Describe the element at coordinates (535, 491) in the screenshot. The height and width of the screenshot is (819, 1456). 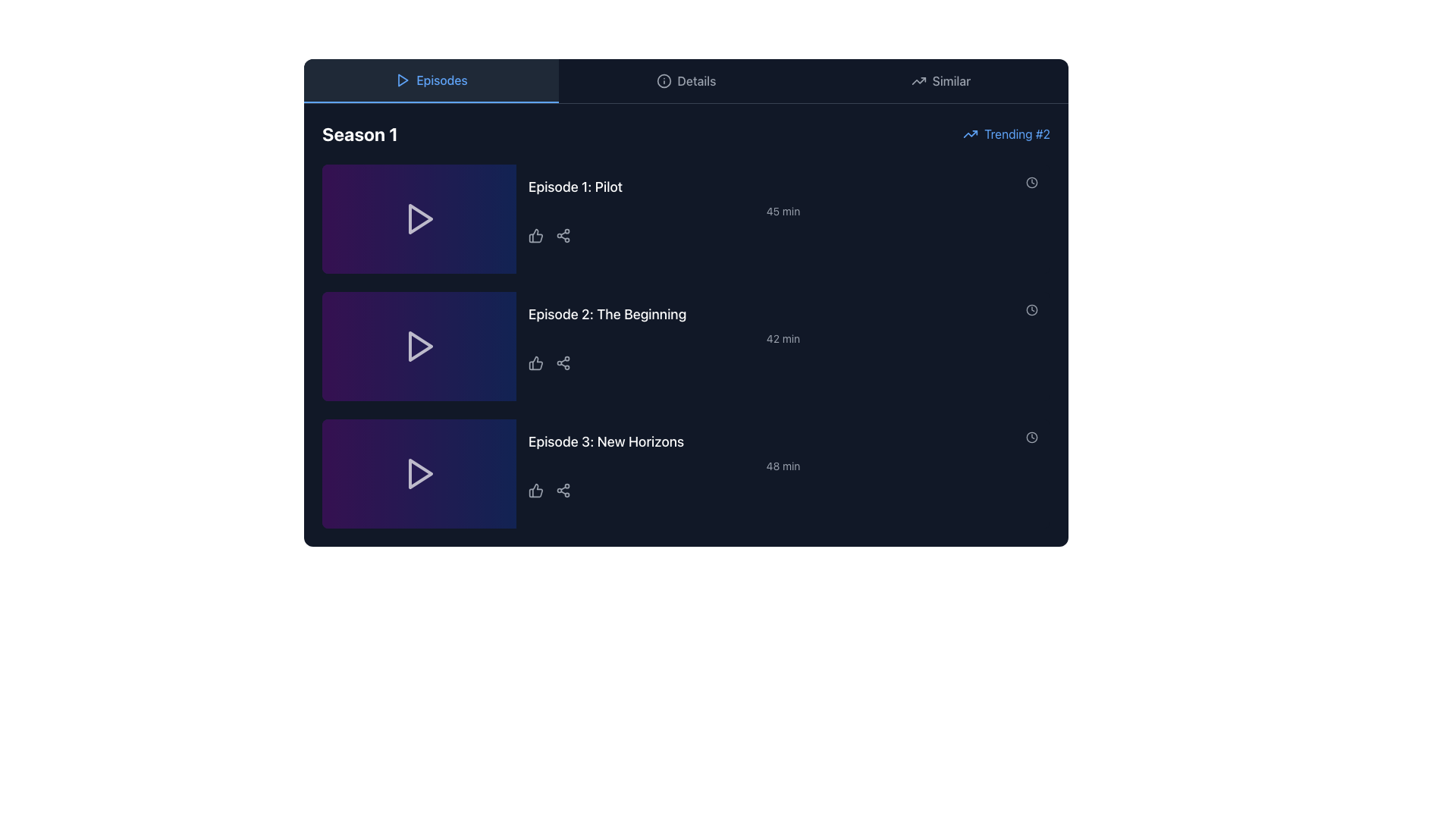
I see `the approval Icon button located directly to the right of the episode title 'Episode 3: New Horizons'` at that location.